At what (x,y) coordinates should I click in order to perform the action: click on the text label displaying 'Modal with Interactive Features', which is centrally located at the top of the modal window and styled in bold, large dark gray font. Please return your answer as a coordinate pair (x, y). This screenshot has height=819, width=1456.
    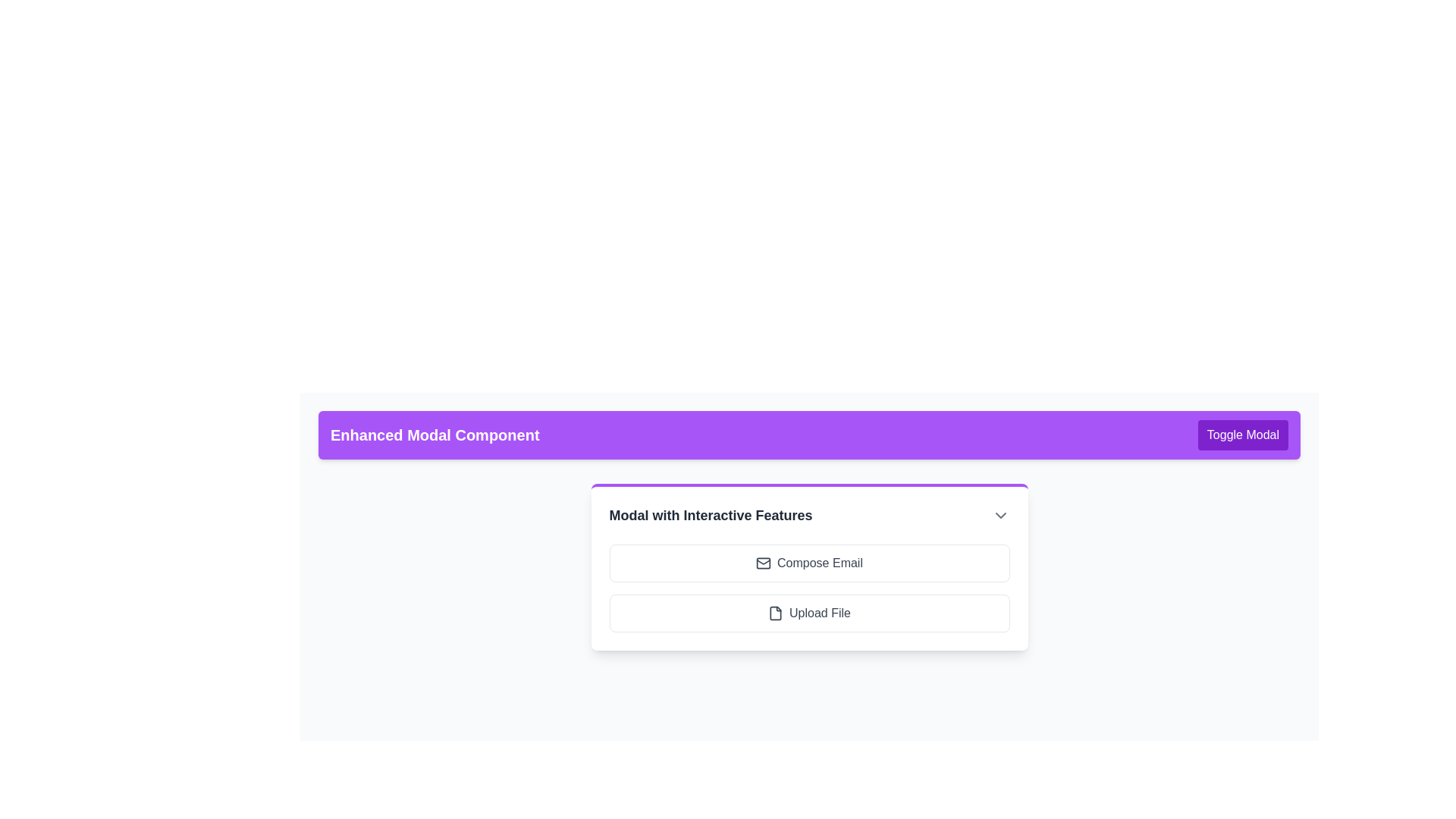
    Looking at the image, I should click on (710, 514).